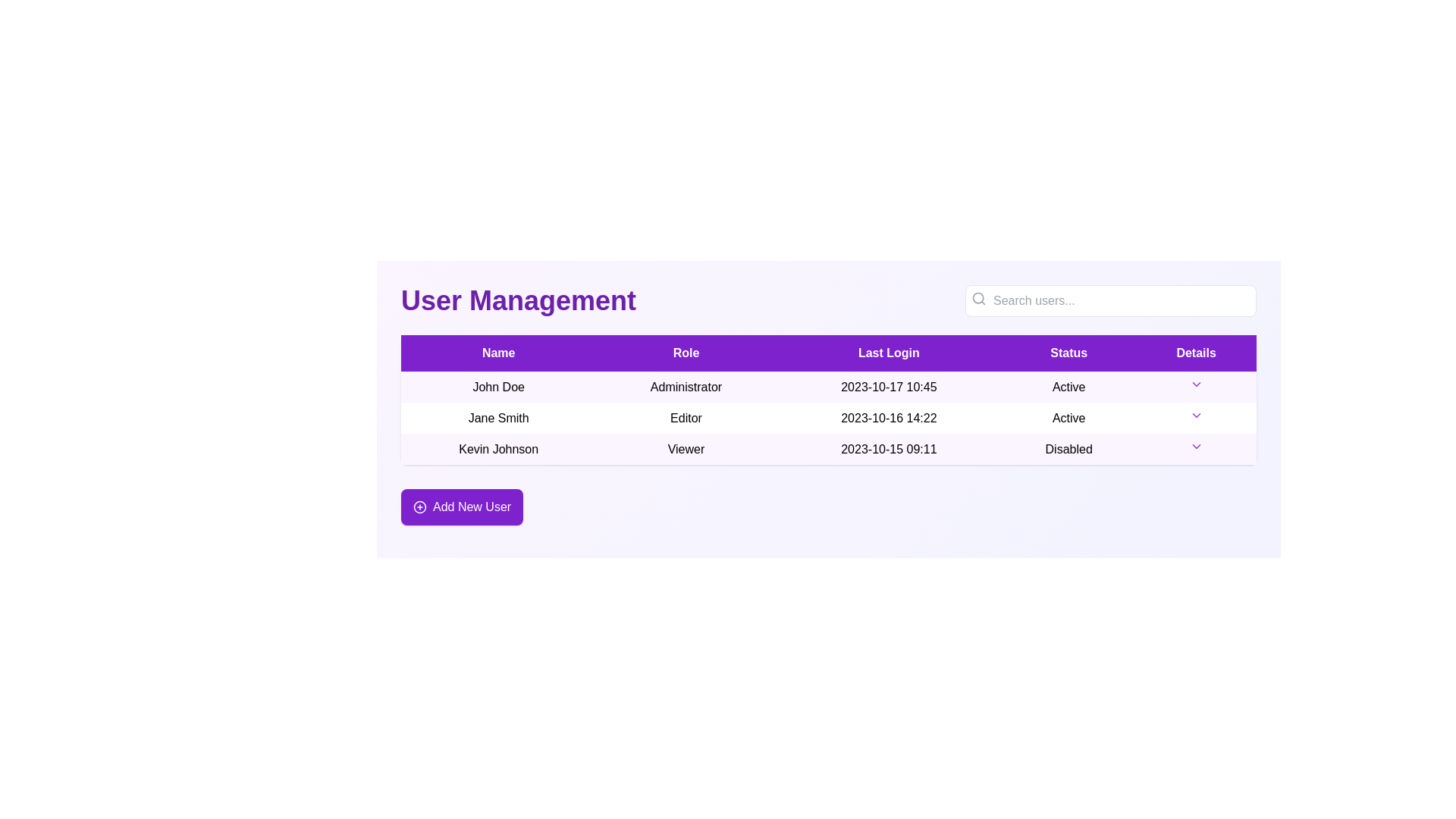 Image resolution: width=1456 pixels, height=819 pixels. Describe the element at coordinates (685, 418) in the screenshot. I see `the 'Editor' role information text for user 'Jane Smith' in the user management system, located in the second column of the second row under the 'Role' column` at that location.